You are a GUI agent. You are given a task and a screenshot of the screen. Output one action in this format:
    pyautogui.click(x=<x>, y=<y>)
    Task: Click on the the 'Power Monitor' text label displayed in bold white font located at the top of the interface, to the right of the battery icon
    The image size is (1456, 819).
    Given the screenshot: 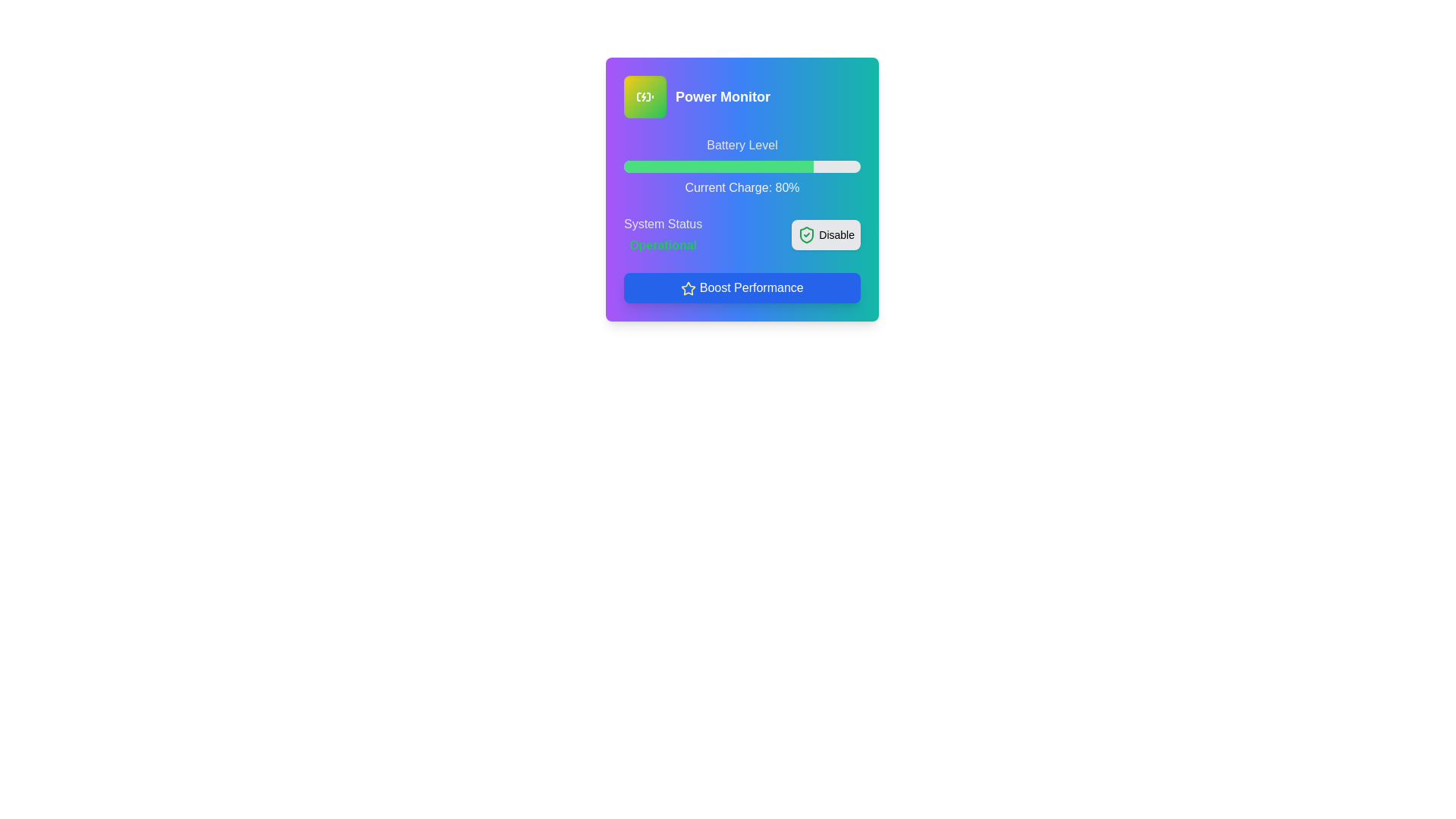 What is the action you would take?
    pyautogui.click(x=722, y=96)
    